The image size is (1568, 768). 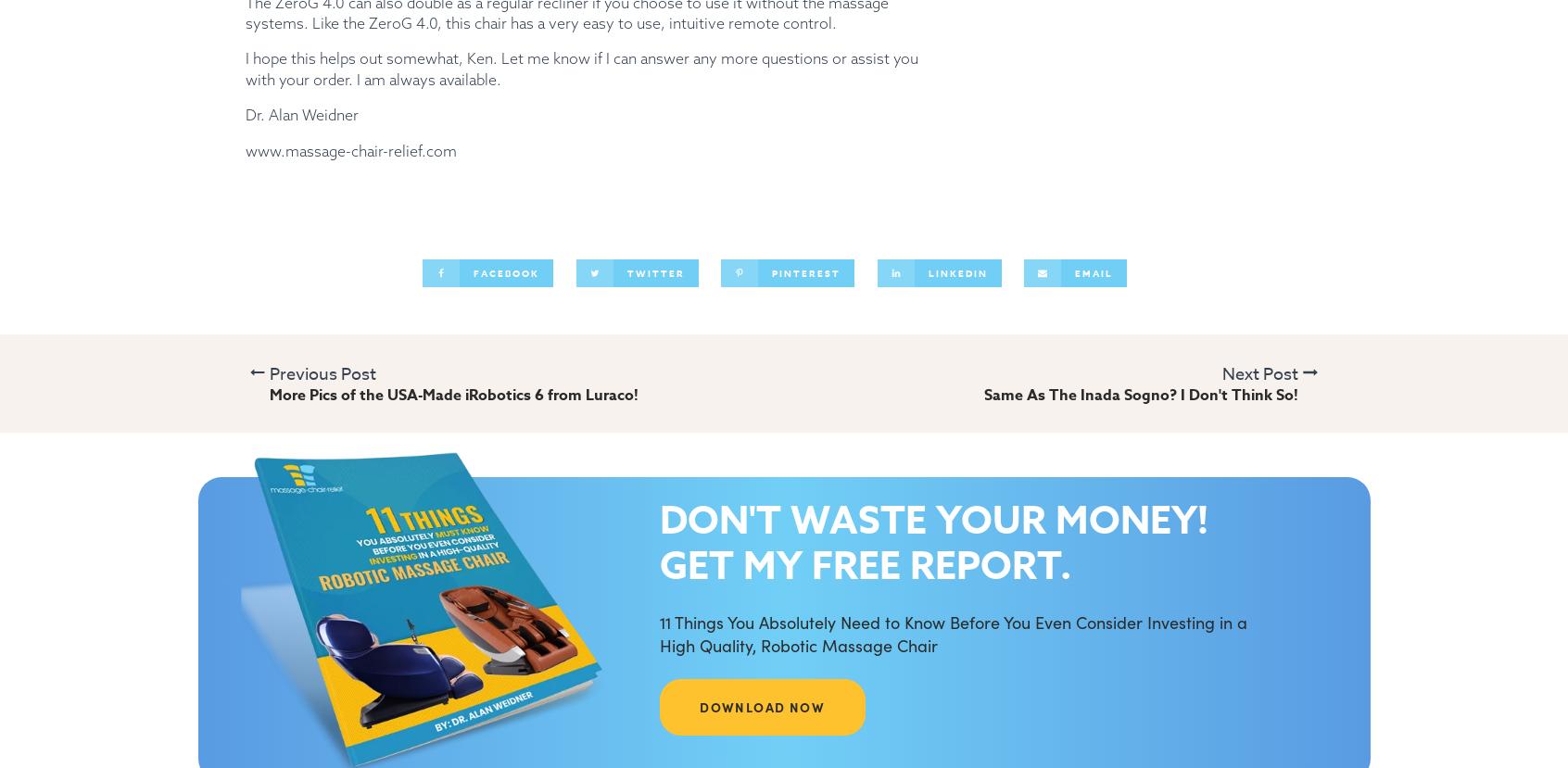 What do you see at coordinates (581, 68) in the screenshot?
I see `'I hope this helps out somewhat, Ken. Let me know if I can answer any more questions or assist you with your order. I am always available.'` at bounding box center [581, 68].